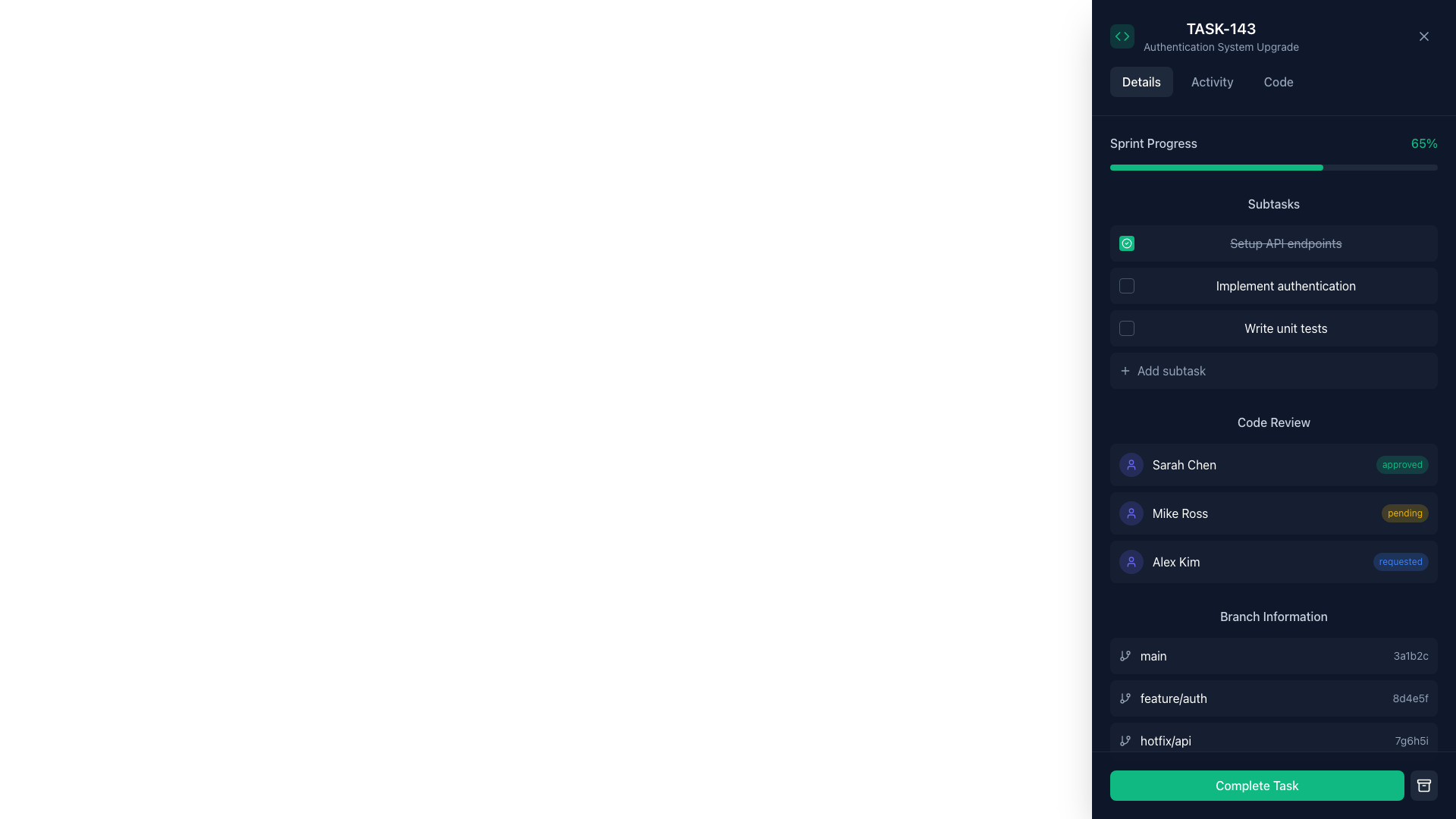 The height and width of the screenshot is (819, 1456). I want to click on the text label displaying 'Alex Kim' in white text against a dark background, which is located under the 'Code Review' section, so click(1175, 561).